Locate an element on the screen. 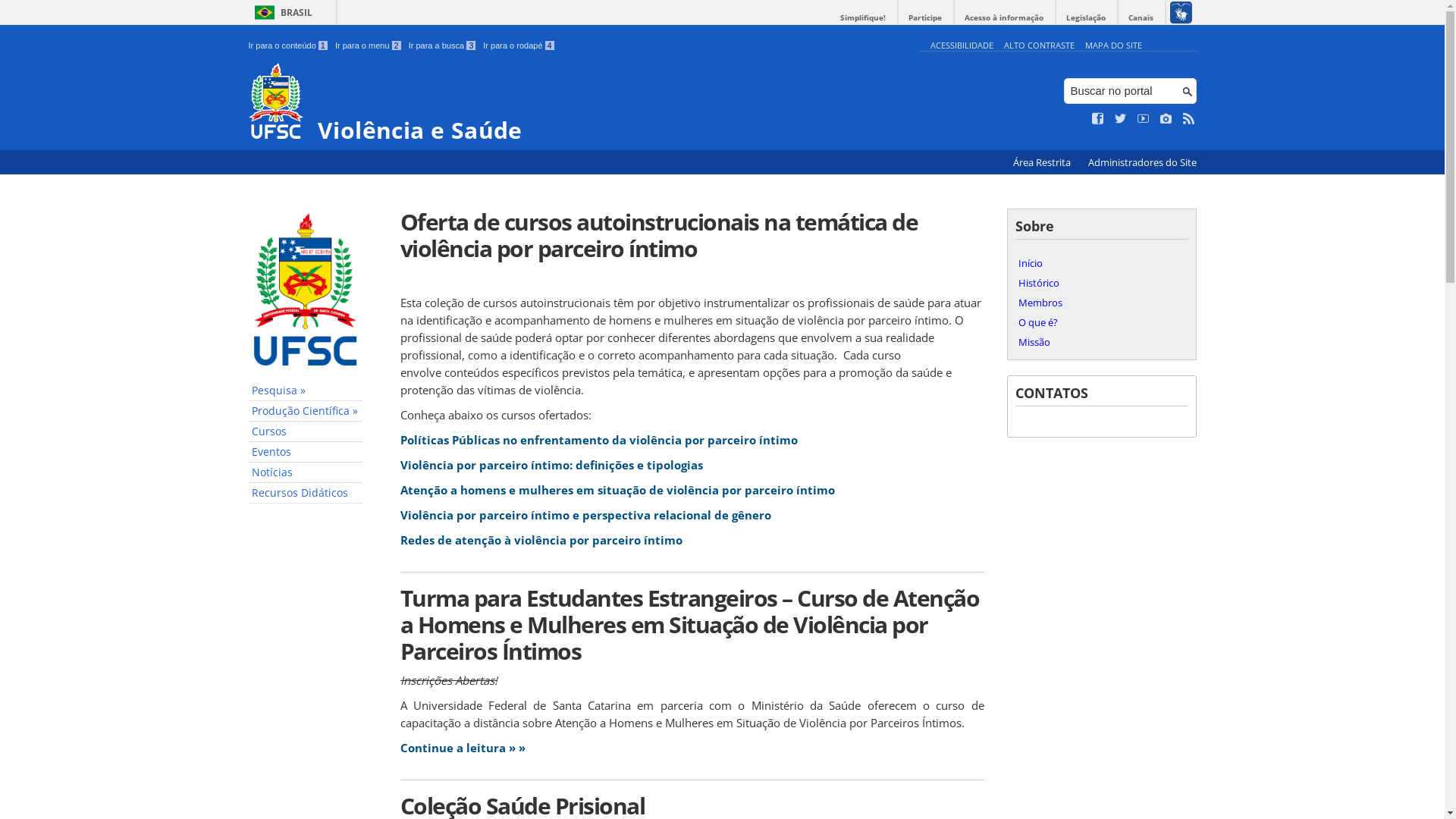 The image size is (1456, 819). 'Siga no Twitter' is located at coordinates (1121, 118).